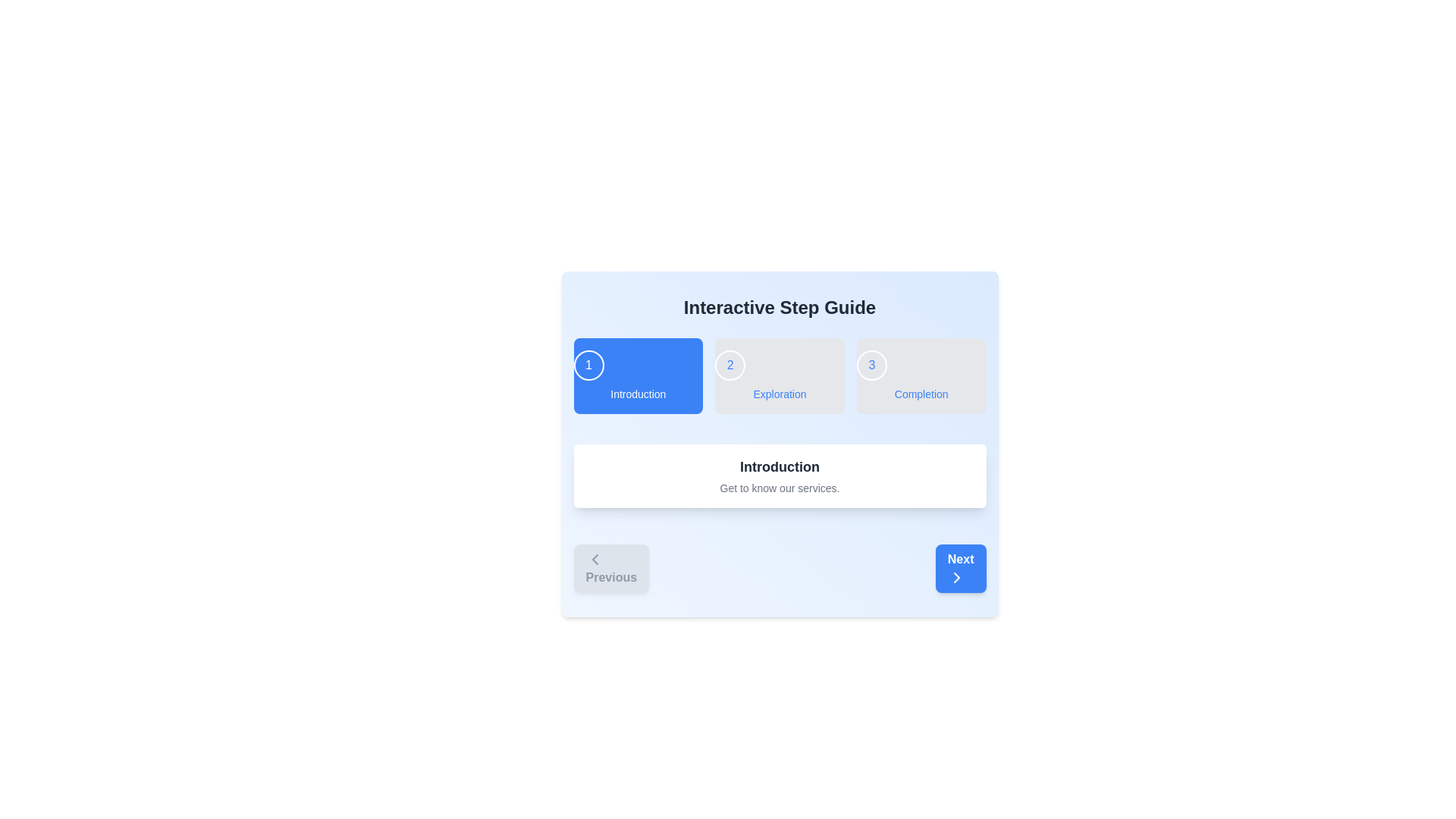  What do you see at coordinates (871, 366) in the screenshot?
I see `the third step indicator in the step-by-step guide, located to the right of '1 Introduction' and '2 Exploration', for guidance` at bounding box center [871, 366].